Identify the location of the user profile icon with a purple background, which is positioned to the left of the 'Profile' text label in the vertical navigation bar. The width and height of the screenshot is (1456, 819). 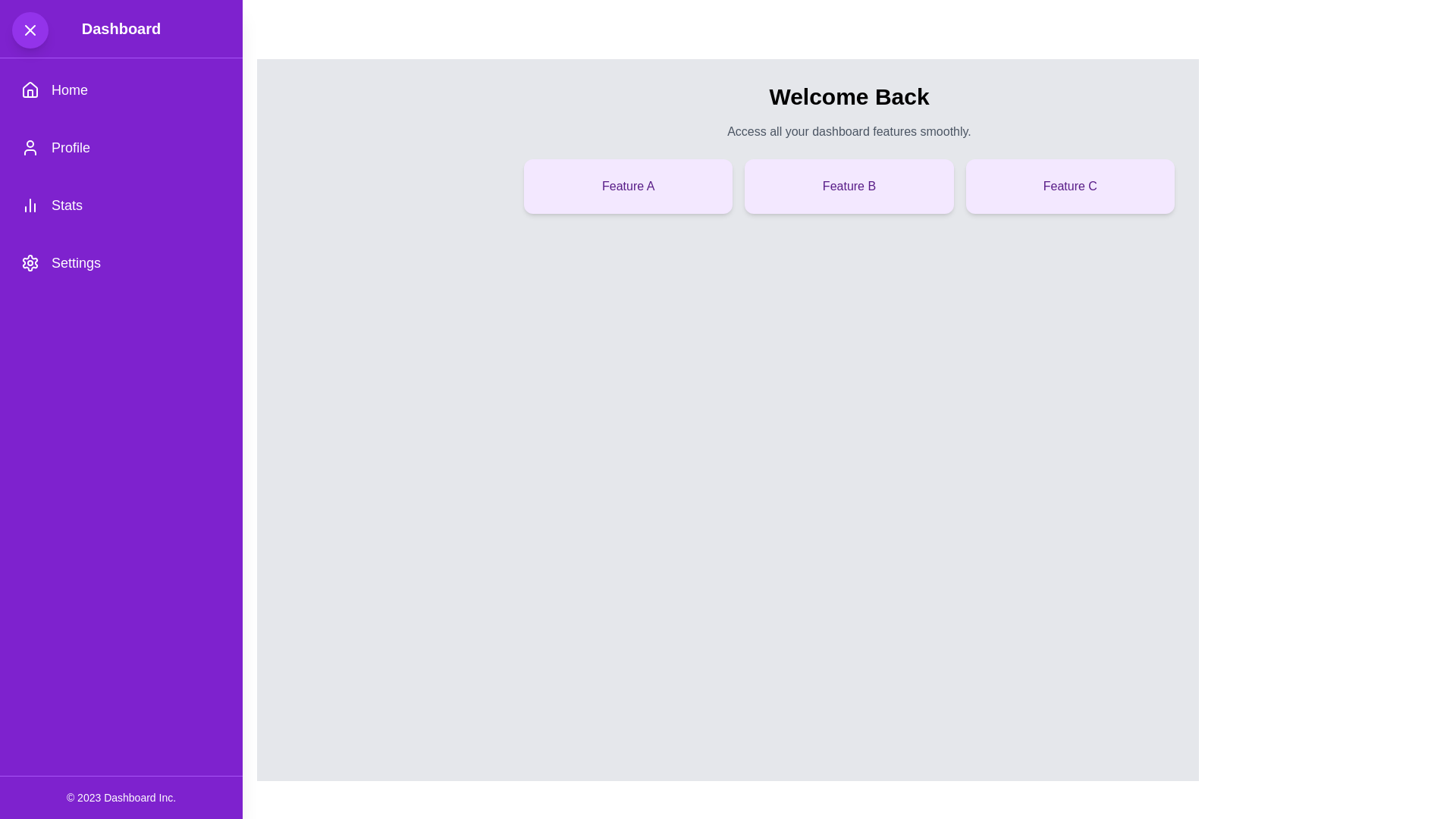
(30, 148).